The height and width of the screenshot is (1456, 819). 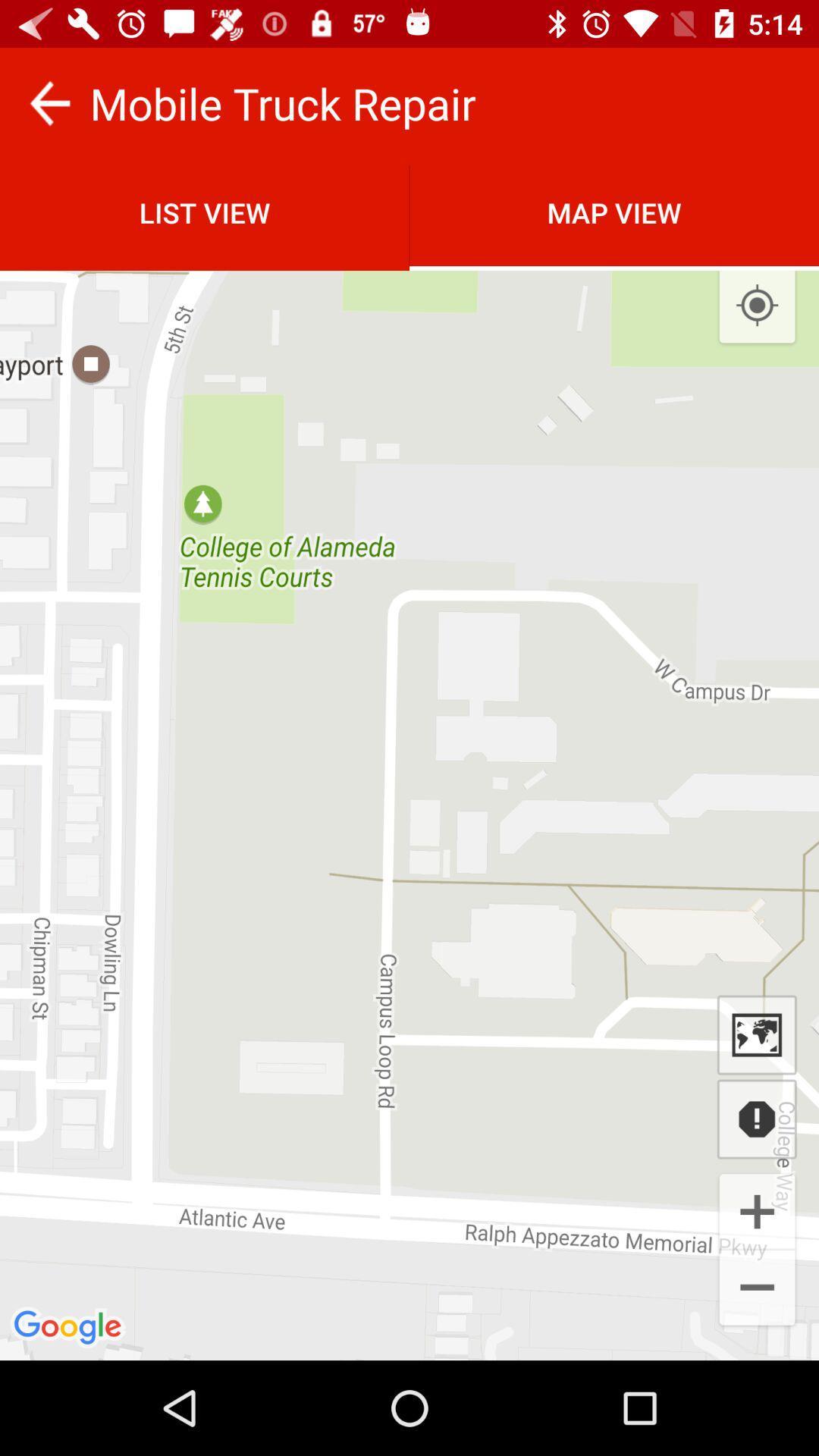 What do you see at coordinates (409, 760) in the screenshot?
I see `the item at the center` at bounding box center [409, 760].